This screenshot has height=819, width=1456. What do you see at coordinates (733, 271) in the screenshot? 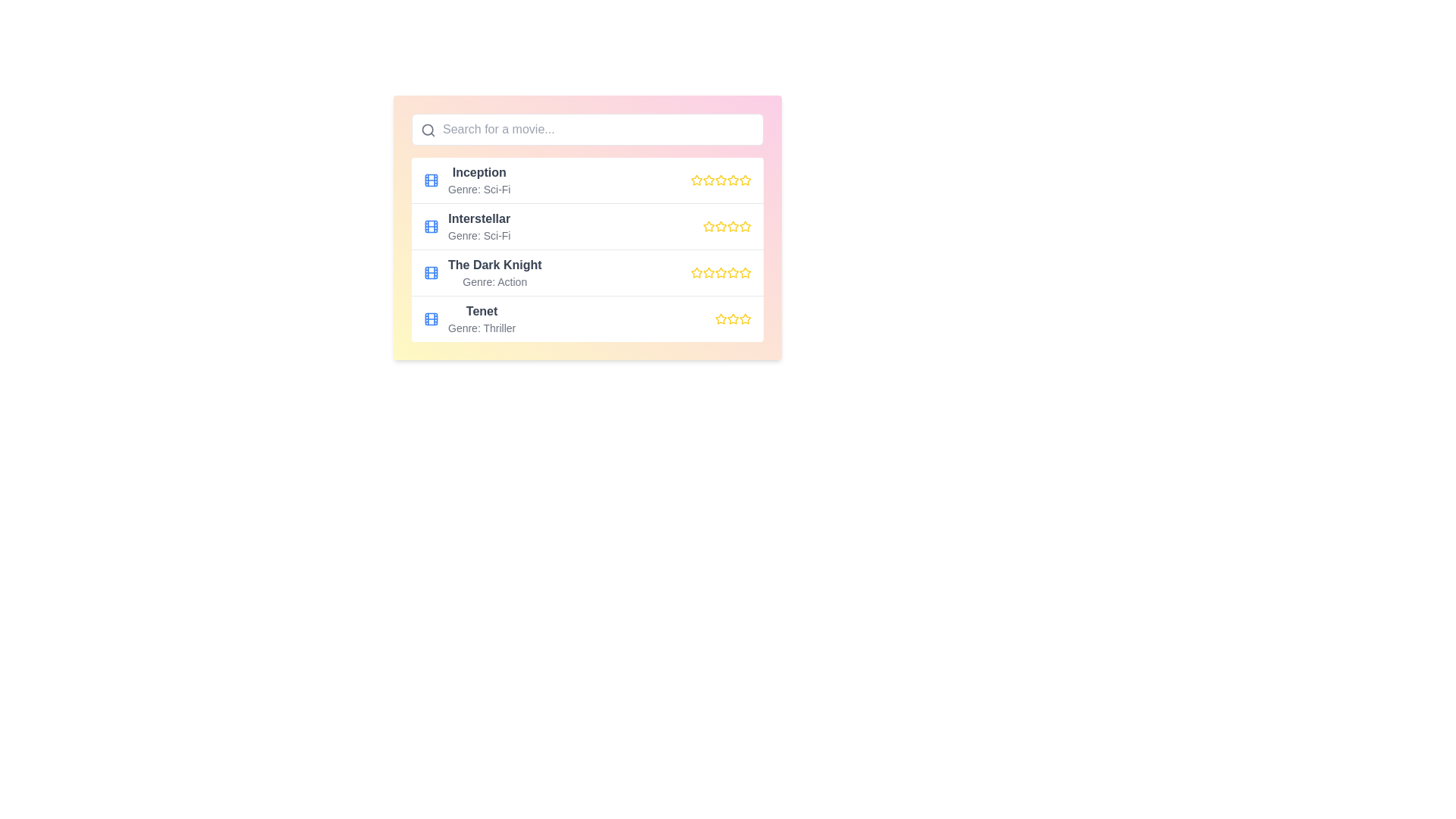
I see `the fourth star icon in the rating section of 'The Dark Knight' to rate it` at bounding box center [733, 271].